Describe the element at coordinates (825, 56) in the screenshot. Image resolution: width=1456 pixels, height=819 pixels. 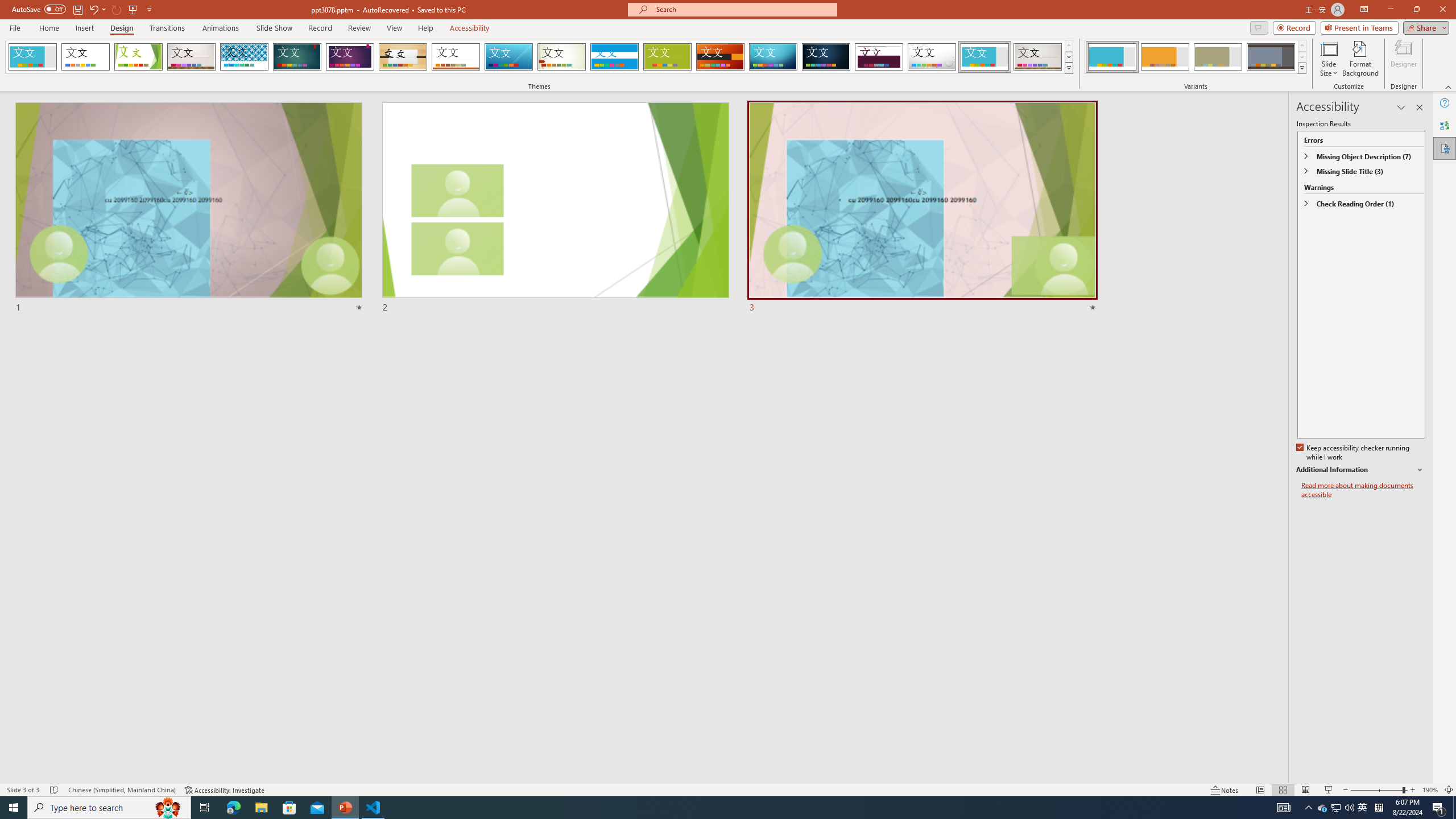
I see `'Damask'` at that location.